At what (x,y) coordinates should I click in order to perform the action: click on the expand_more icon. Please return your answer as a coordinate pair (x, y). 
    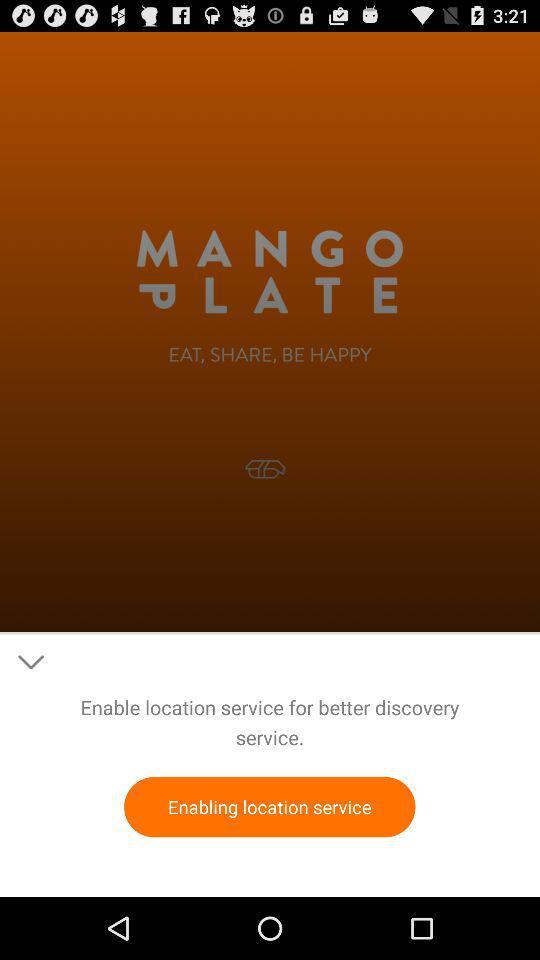
    Looking at the image, I should click on (30, 708).